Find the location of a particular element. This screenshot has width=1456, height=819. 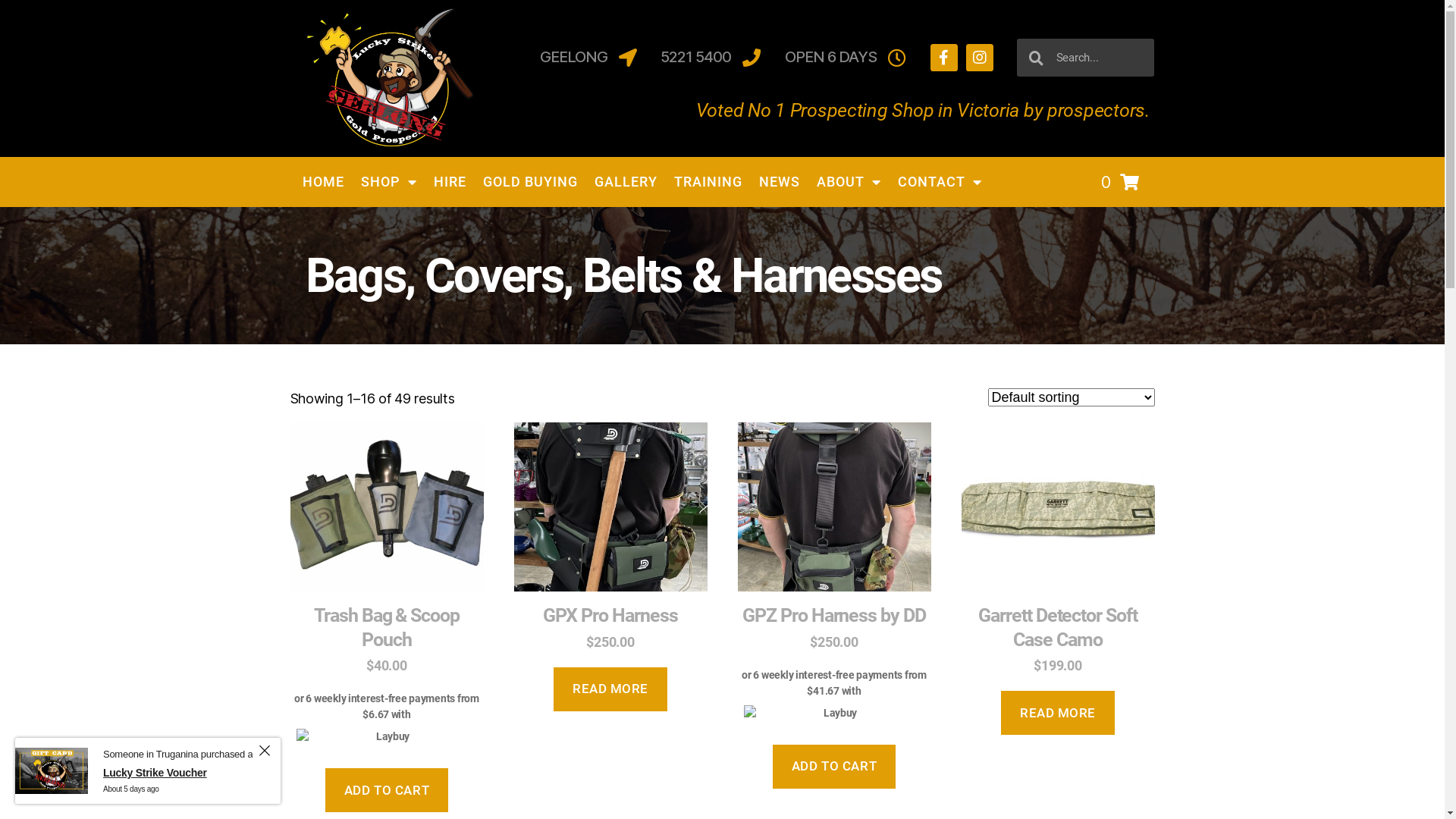

'TRAINING' is located at coordinates (708, 180).